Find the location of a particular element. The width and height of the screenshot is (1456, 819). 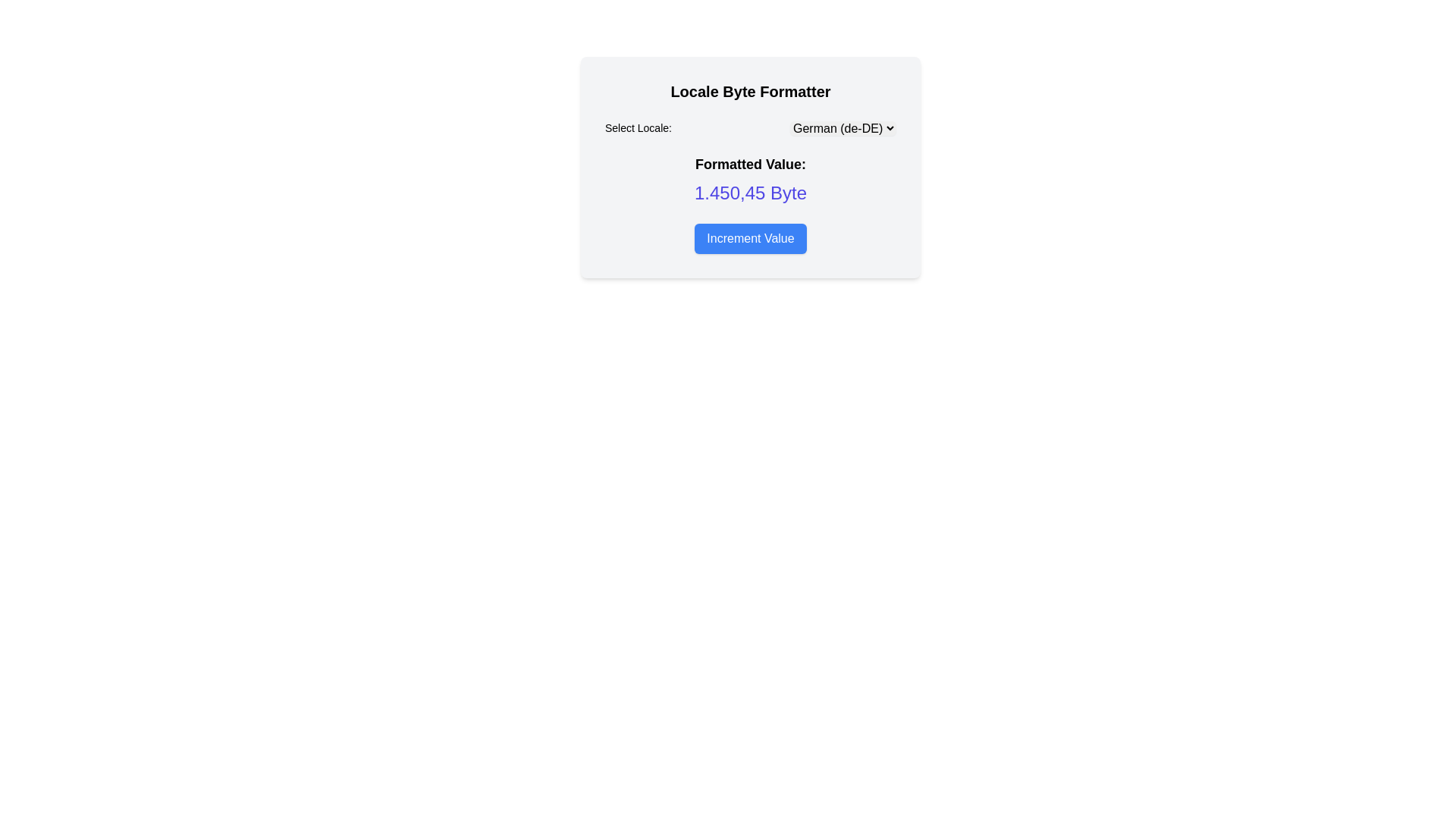

the 'Increment Value' button with a blue background for accessibility navigation is located at coordinates (750, 239).